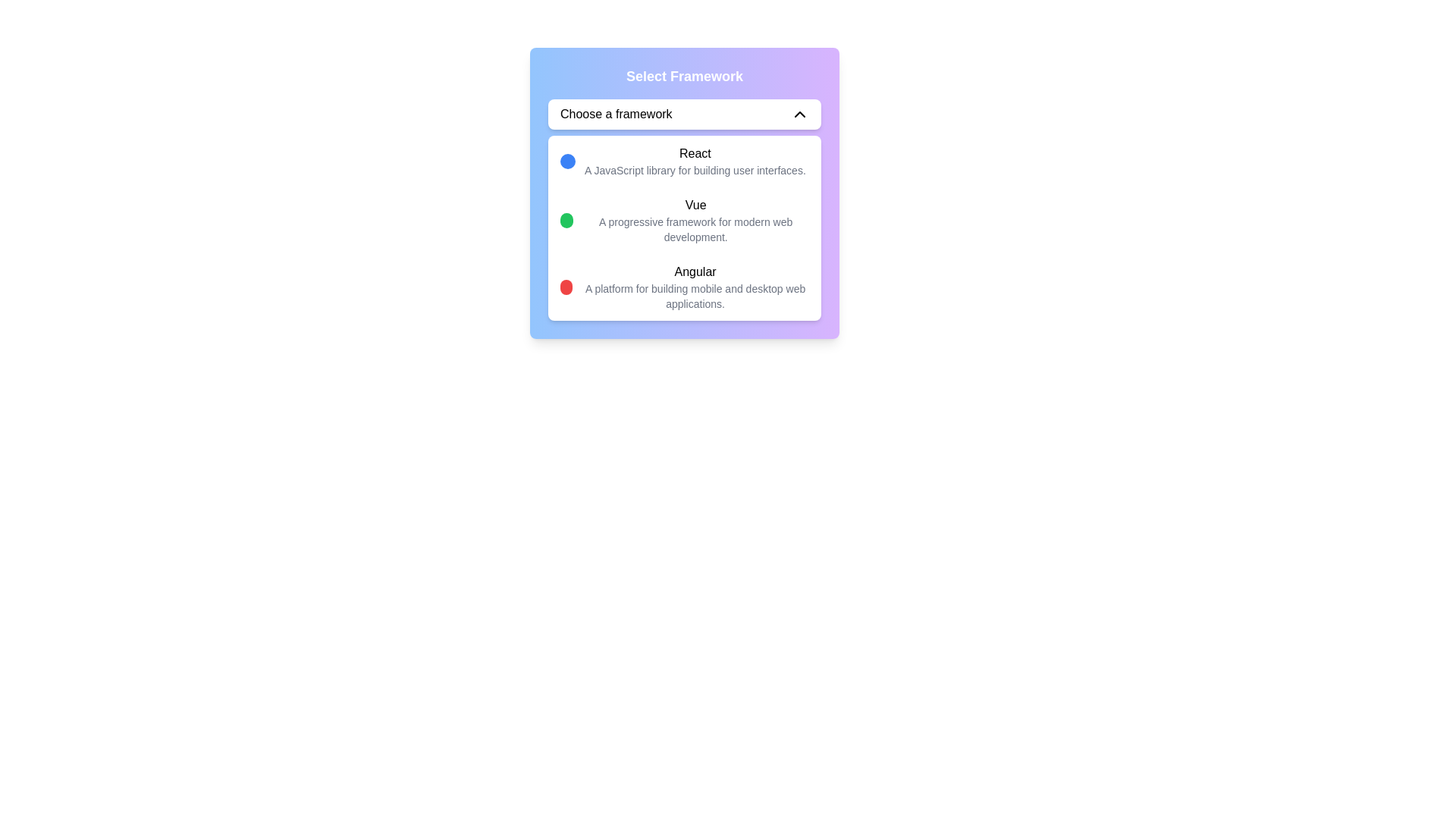  I want to click on the chevron icon within the 'Choose a framework' button, so click(799, 113).